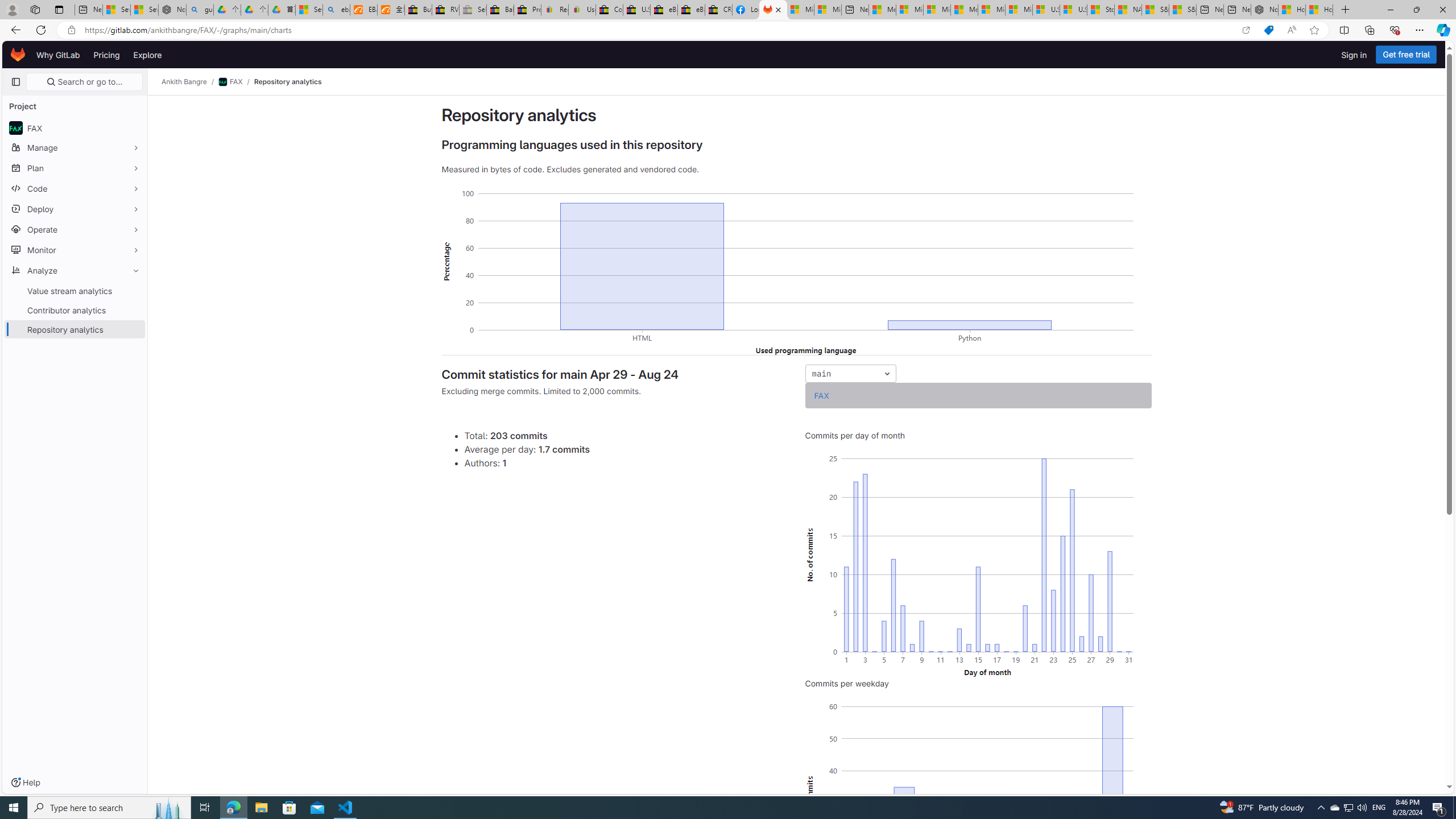 This screenshot has height=819, width=1456. I want to click on 'Plan', so click(74, 167).